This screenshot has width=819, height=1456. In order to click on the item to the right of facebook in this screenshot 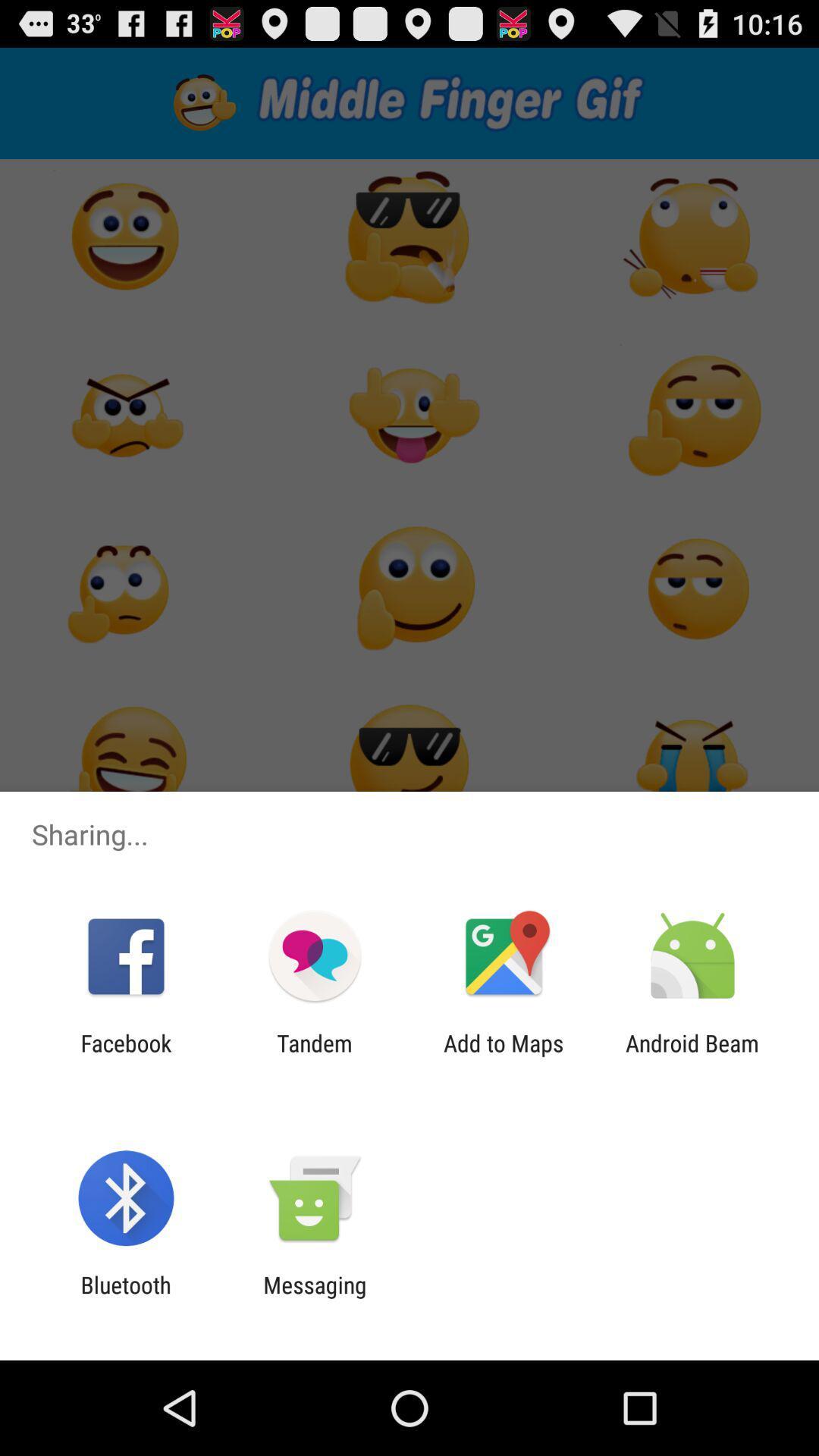, I will do `click(314, 1056)`.